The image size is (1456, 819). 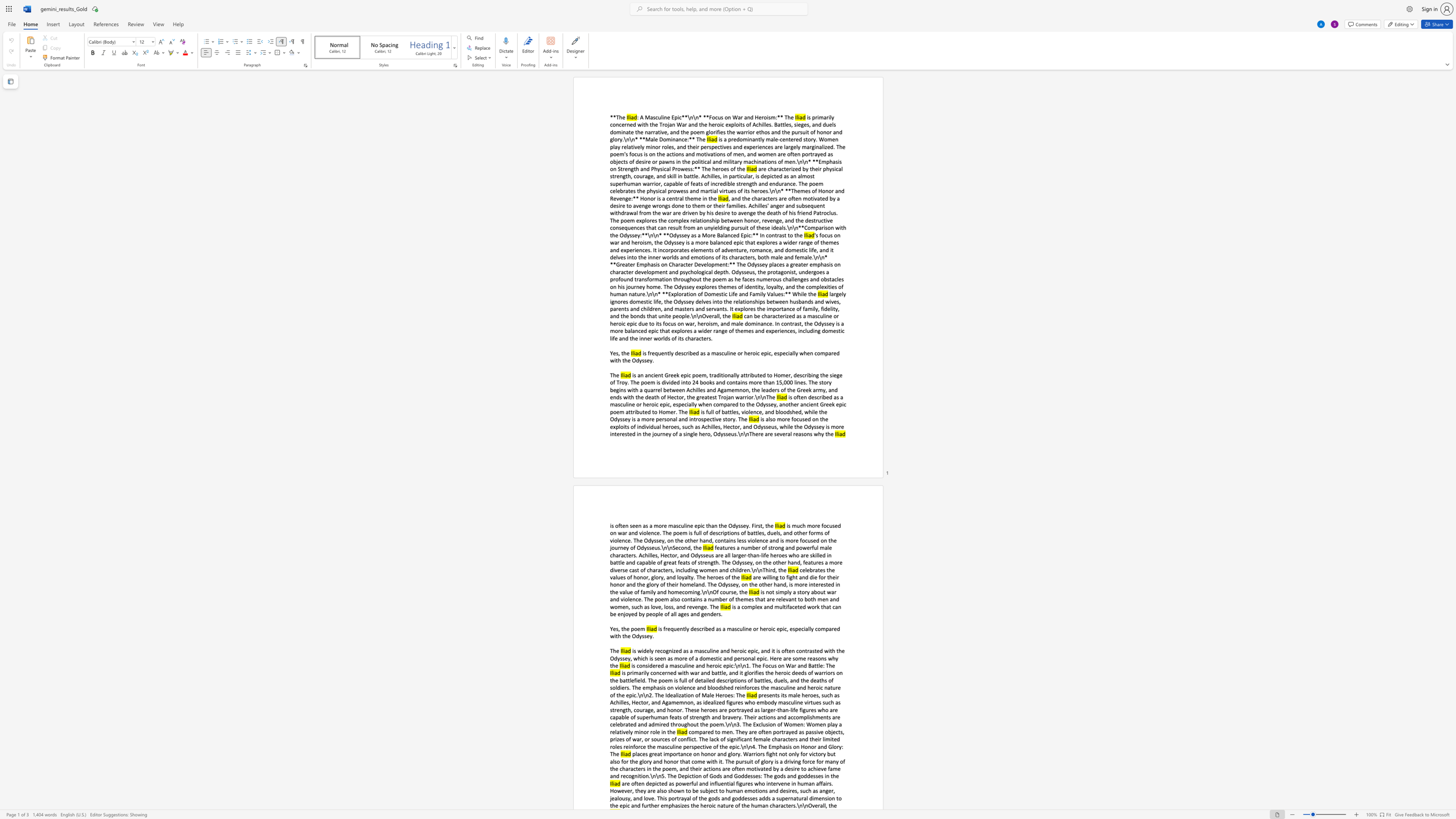 I want to click on the subset text "ll" within the text "is full of", so click(x=710, y=411).